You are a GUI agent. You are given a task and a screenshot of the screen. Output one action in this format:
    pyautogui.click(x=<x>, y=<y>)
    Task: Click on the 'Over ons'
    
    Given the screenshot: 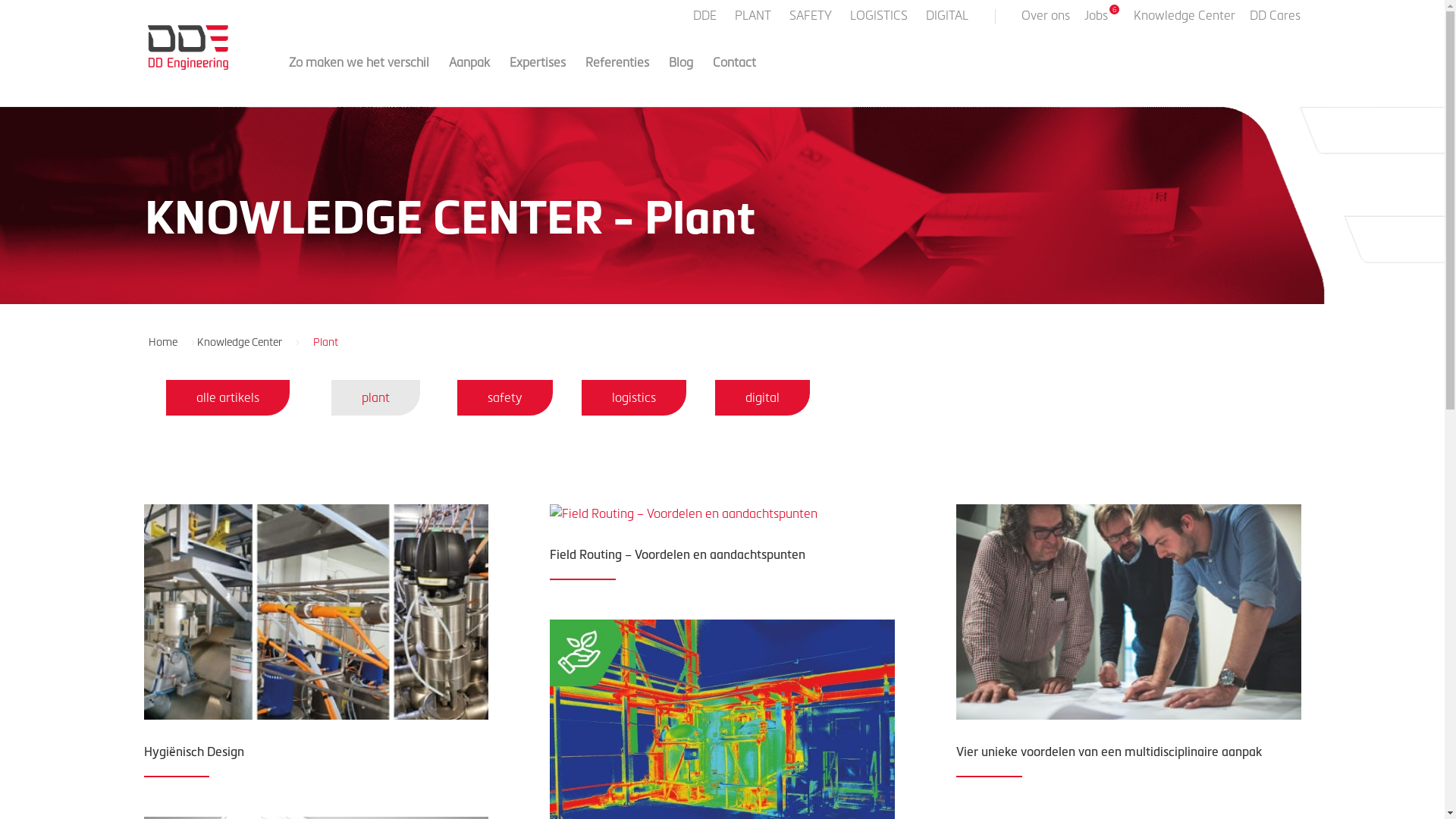 What is the action you would take?
    pyautogui.click(x=1043, y=20)
    